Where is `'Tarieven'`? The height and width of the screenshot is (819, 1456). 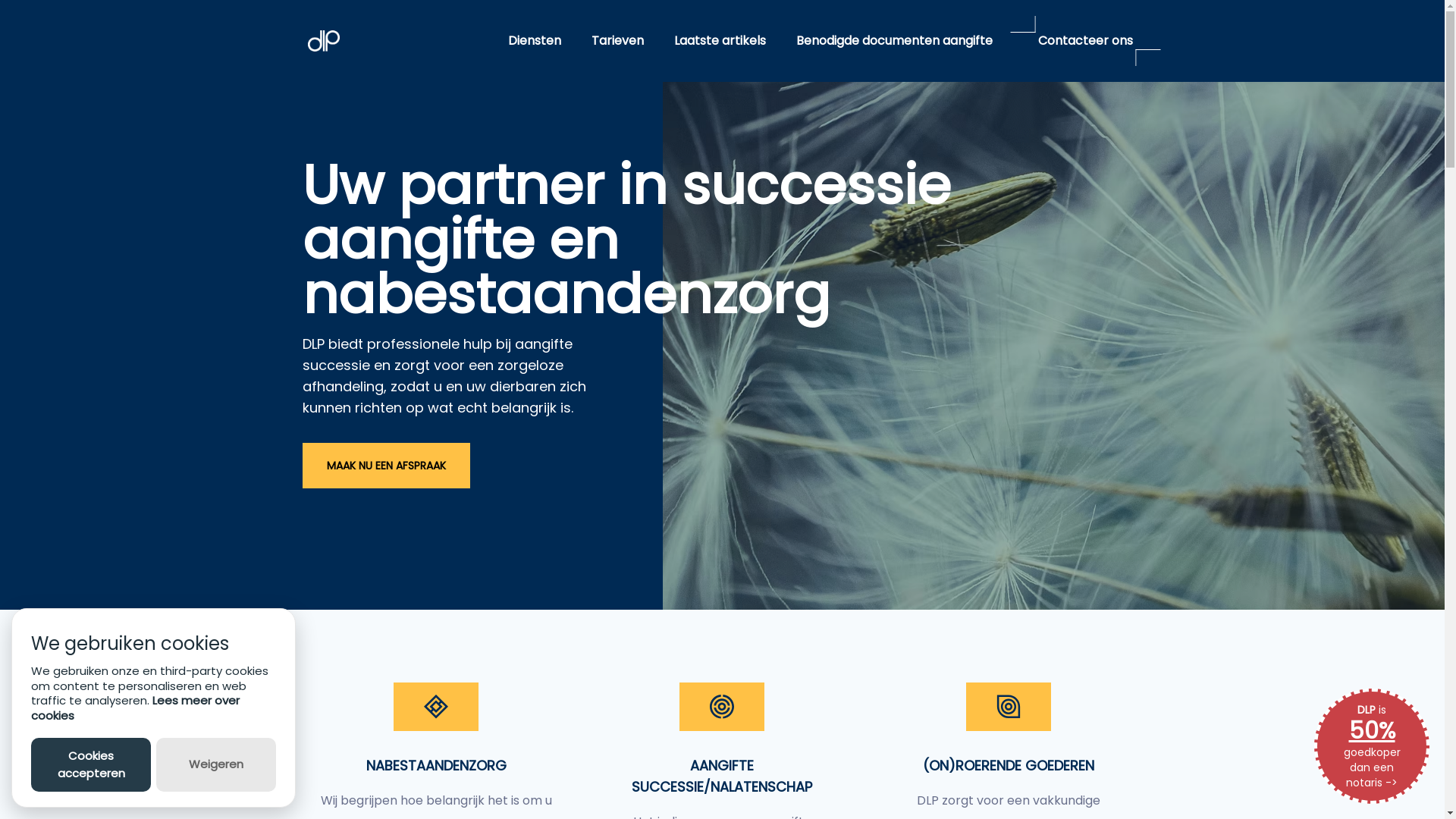 'Tarieven' is located at coordinates (617, 39).